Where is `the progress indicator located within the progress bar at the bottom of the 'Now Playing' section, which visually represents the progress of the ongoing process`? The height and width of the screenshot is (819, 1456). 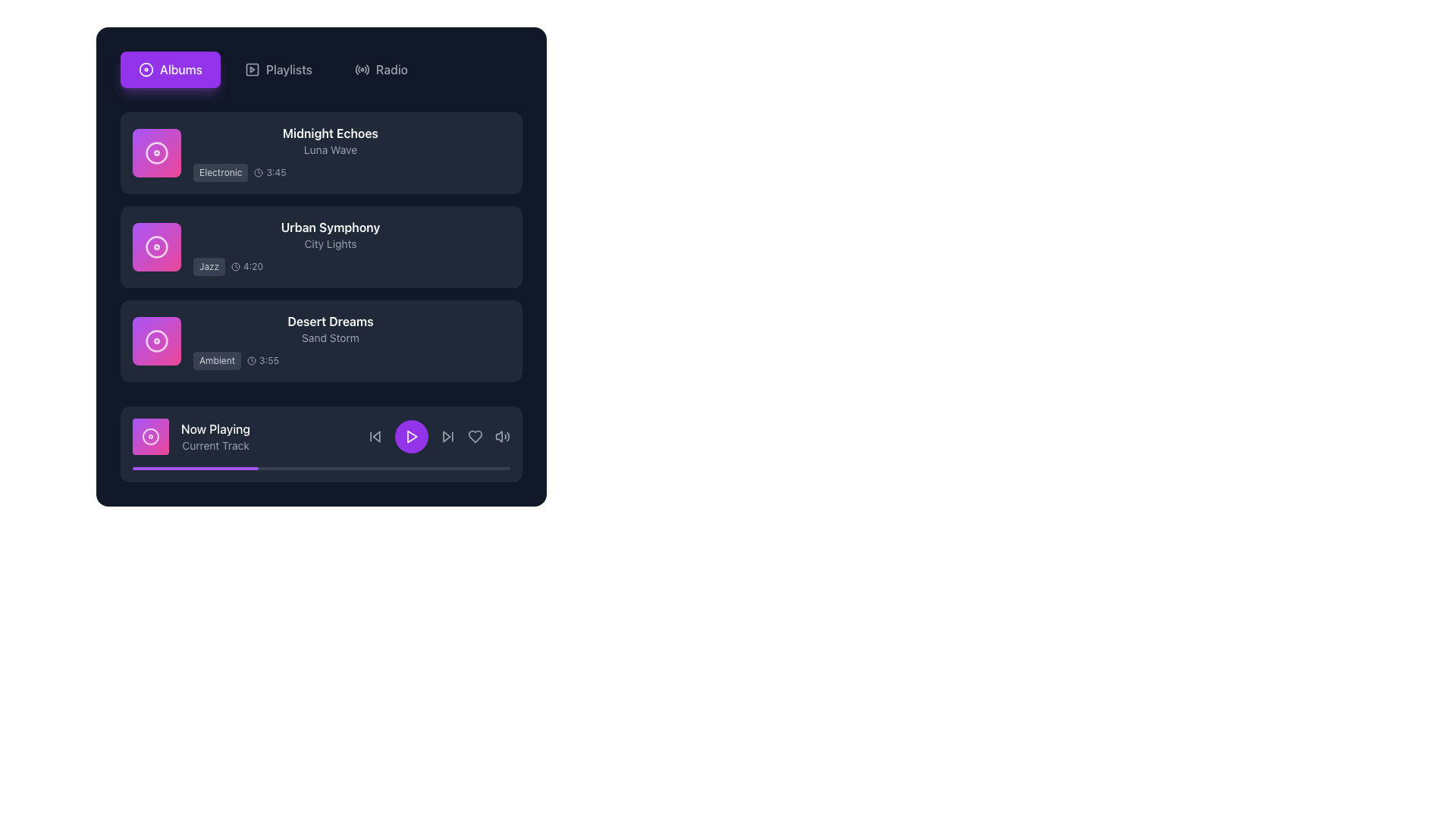
the progress indicator located within the progress bar at the bottom of the 'Now Playing' section, which visually represents the progress of the ongoing process is located at coordinates (195, 467).